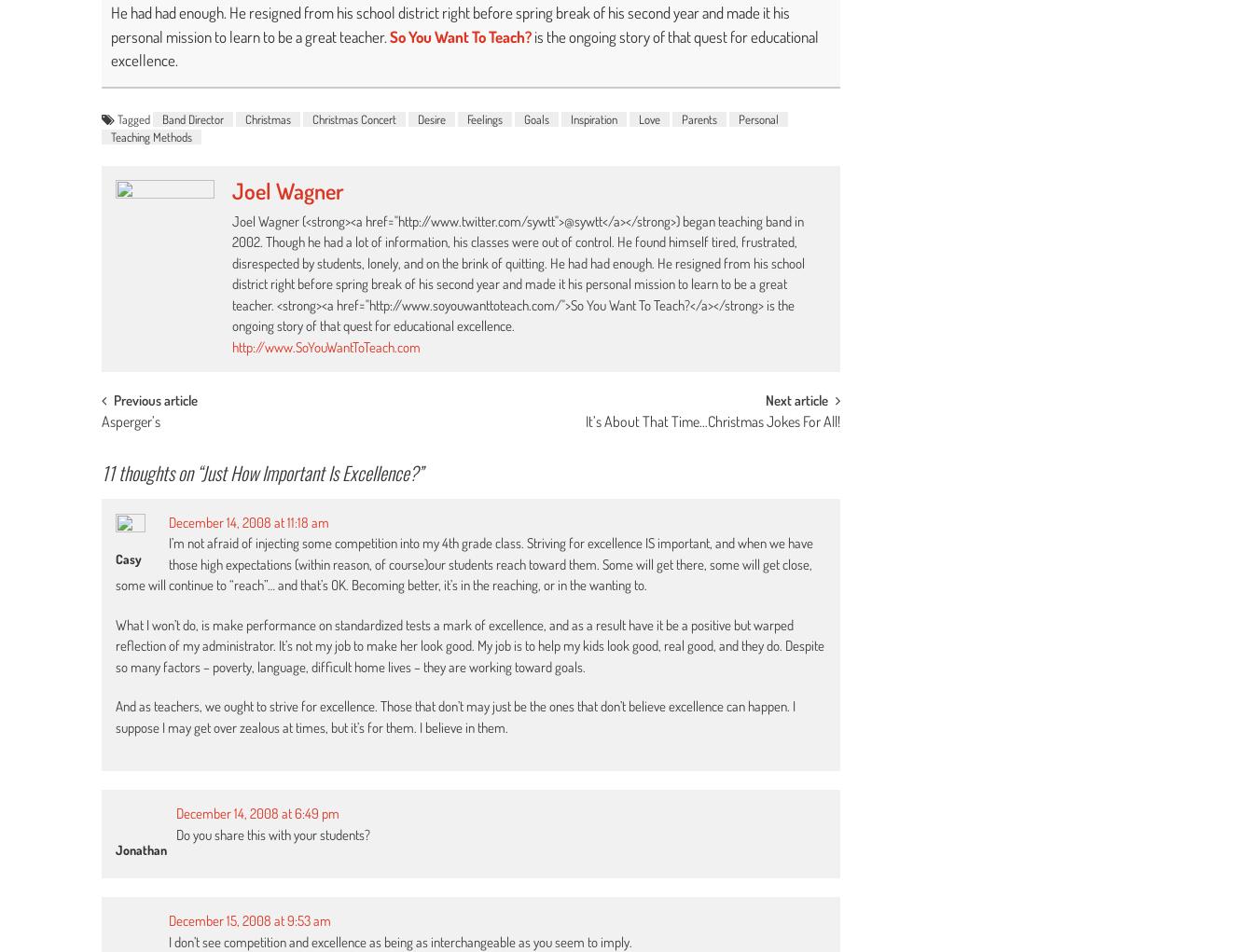 The image size is (1259, 952). What do you see at coordinates (699, 118) in the screenshot?
I see `'Parents'` at bounding box center [699, 118].